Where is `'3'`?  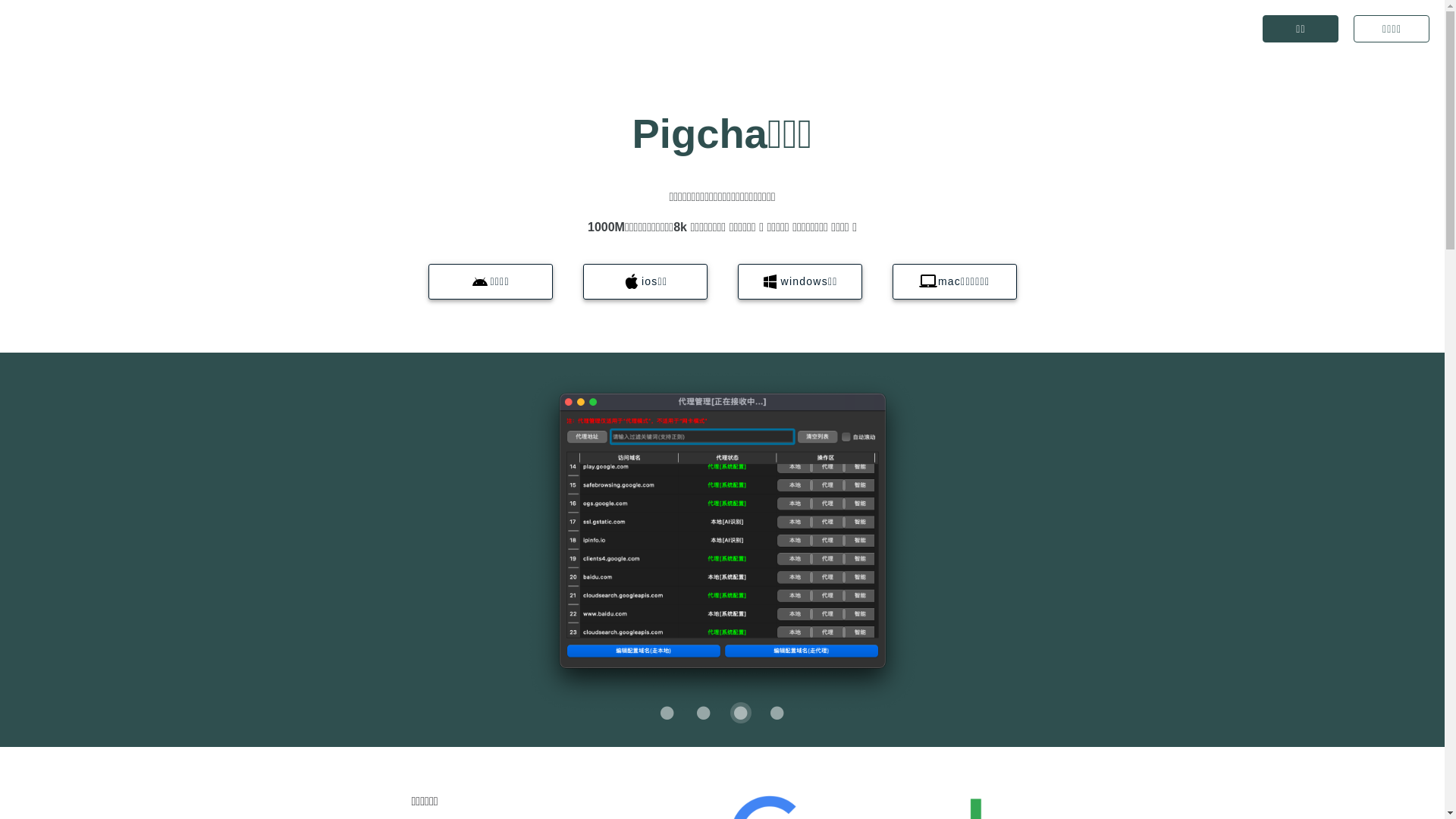
'3' is located at coordinates (777, 713).